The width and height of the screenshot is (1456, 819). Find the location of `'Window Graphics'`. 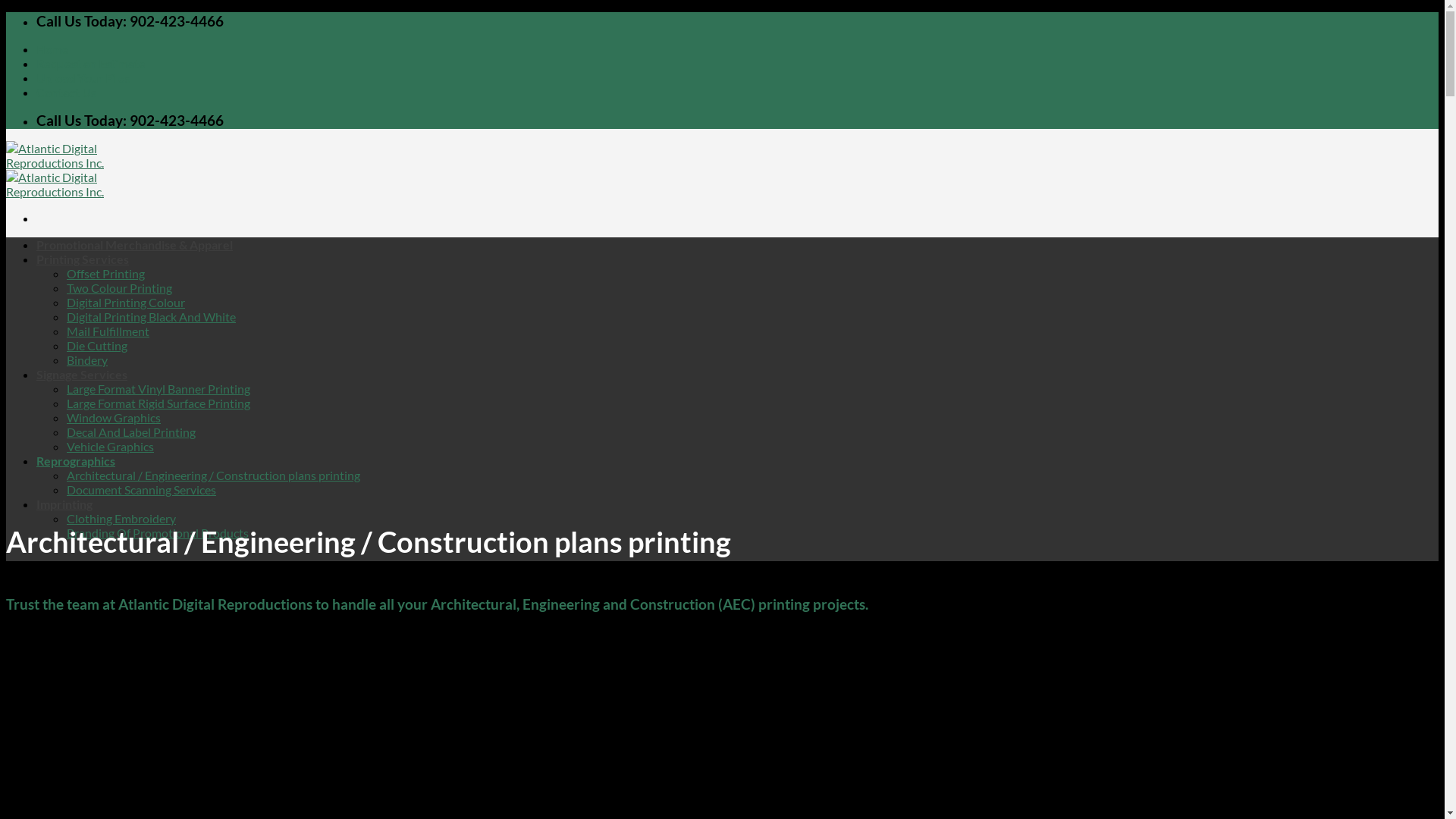

'Window Graphics' is located at coordinates (112, 417).